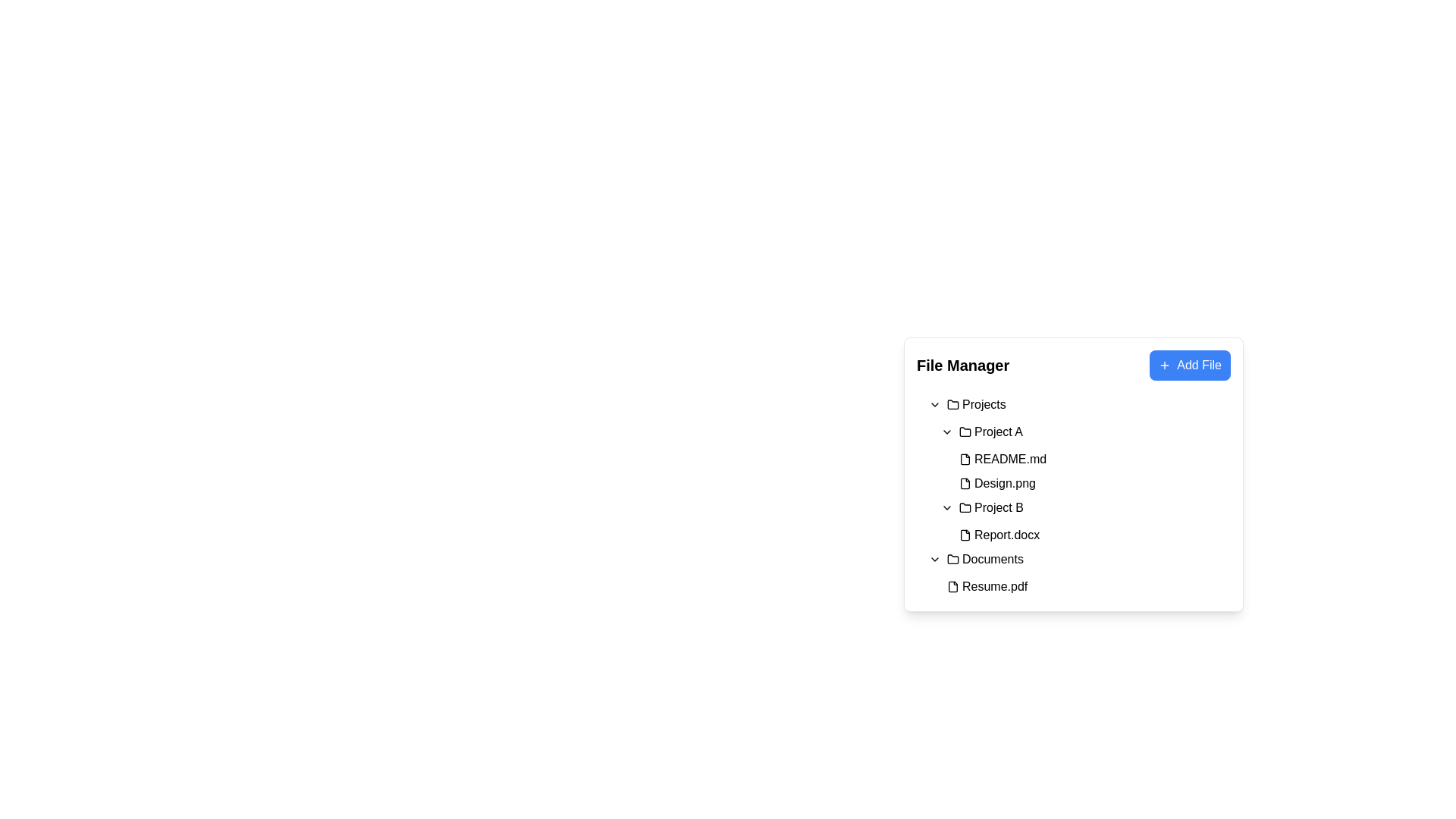 This screenshot has width=1456, height=819. I want to click on the 'Project B' directory representation, so click(991, 508).